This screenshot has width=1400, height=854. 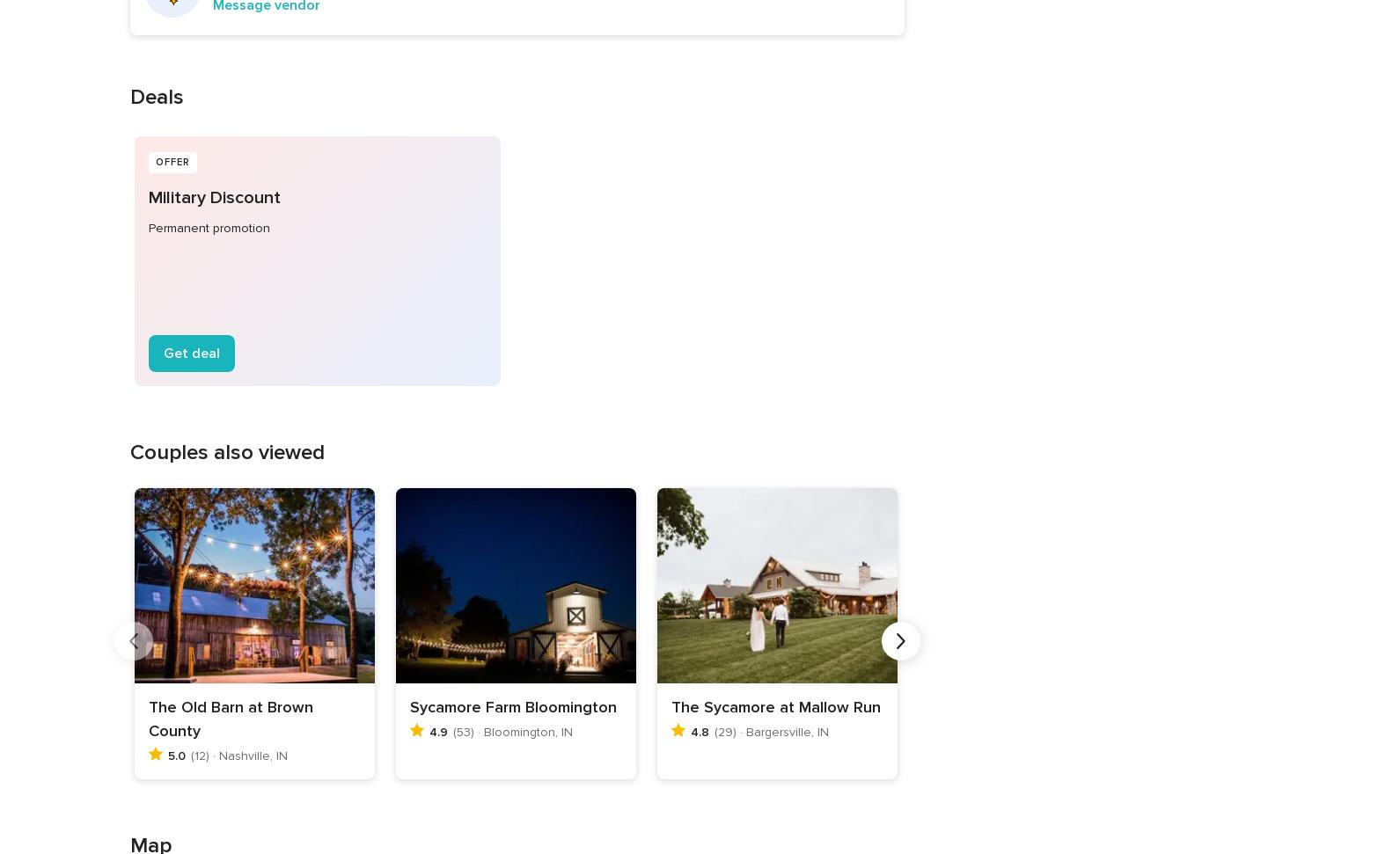 I want to click on 'Deals', so click(x=155, y=97).